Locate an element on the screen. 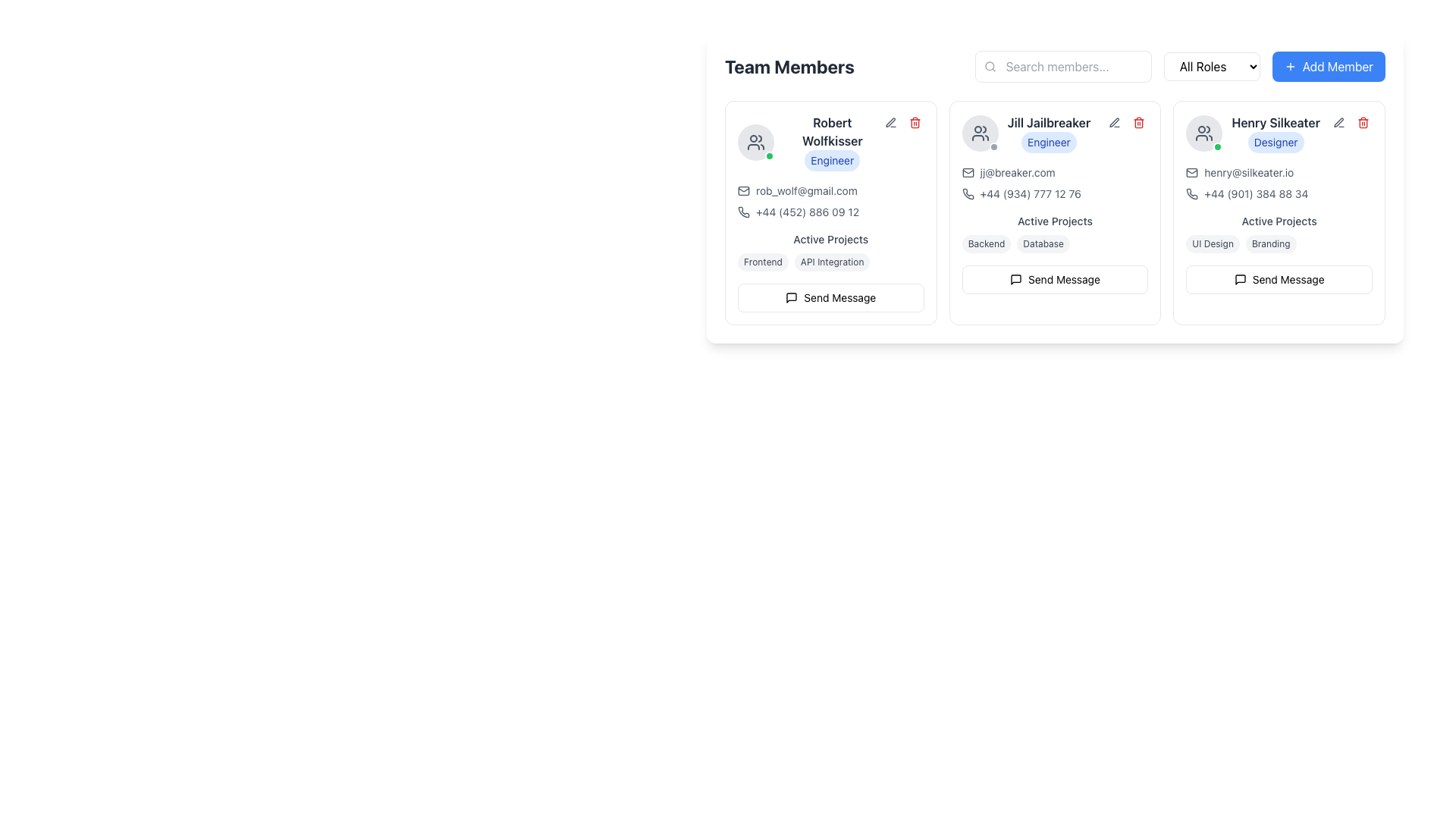 The height and width of the screenshot is (819, 1456). the phone icon that visually indicates the presented phone number '+44 (901) 384 88 34', located in the bottom detail section of the third user card is located at coordinates (1191, 193).